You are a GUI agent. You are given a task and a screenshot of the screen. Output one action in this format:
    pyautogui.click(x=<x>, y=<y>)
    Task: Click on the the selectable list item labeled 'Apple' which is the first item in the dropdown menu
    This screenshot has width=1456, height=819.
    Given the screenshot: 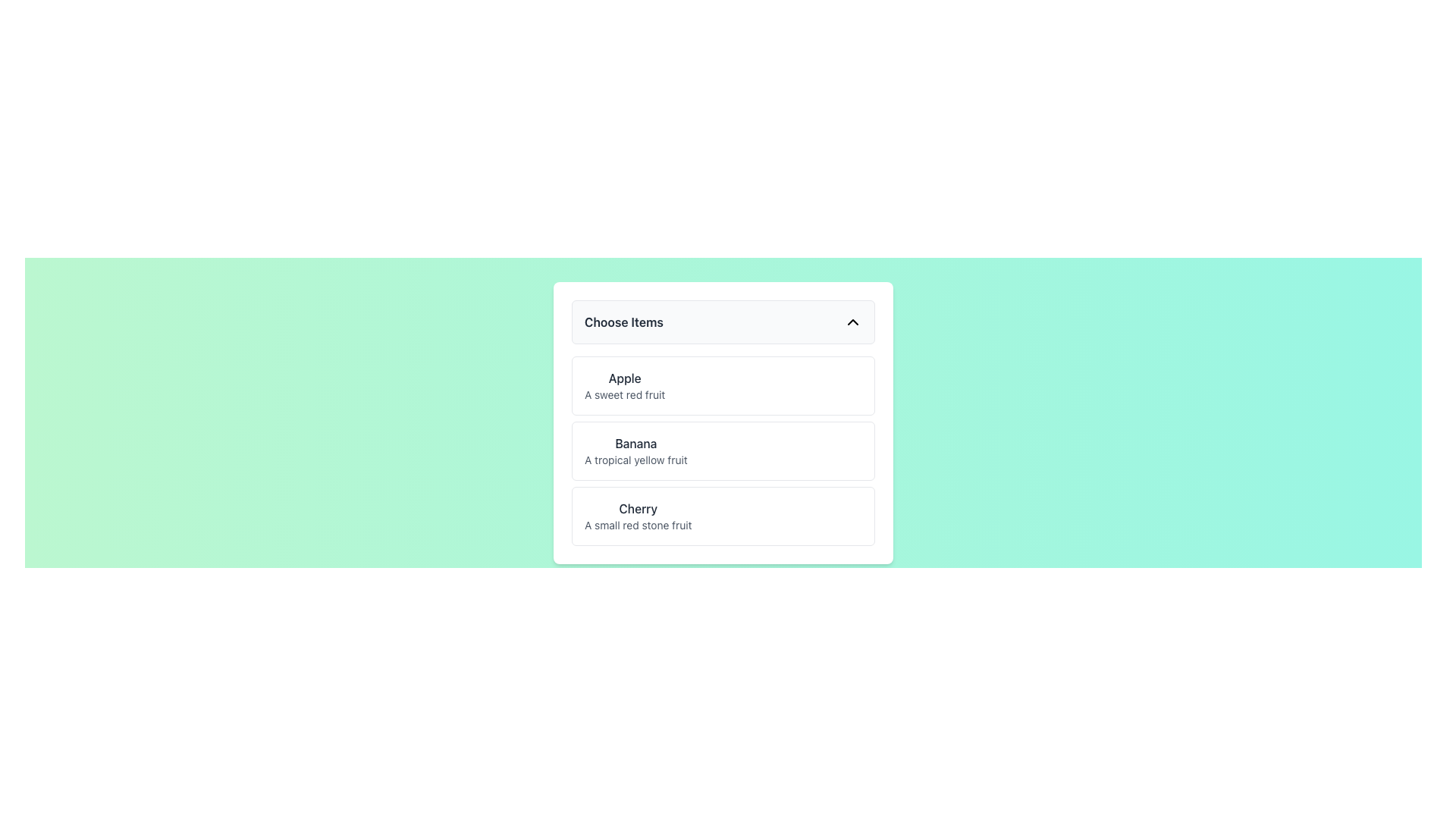 What is the action you would take?
    pyautogui.click(x=625, y=385)
    